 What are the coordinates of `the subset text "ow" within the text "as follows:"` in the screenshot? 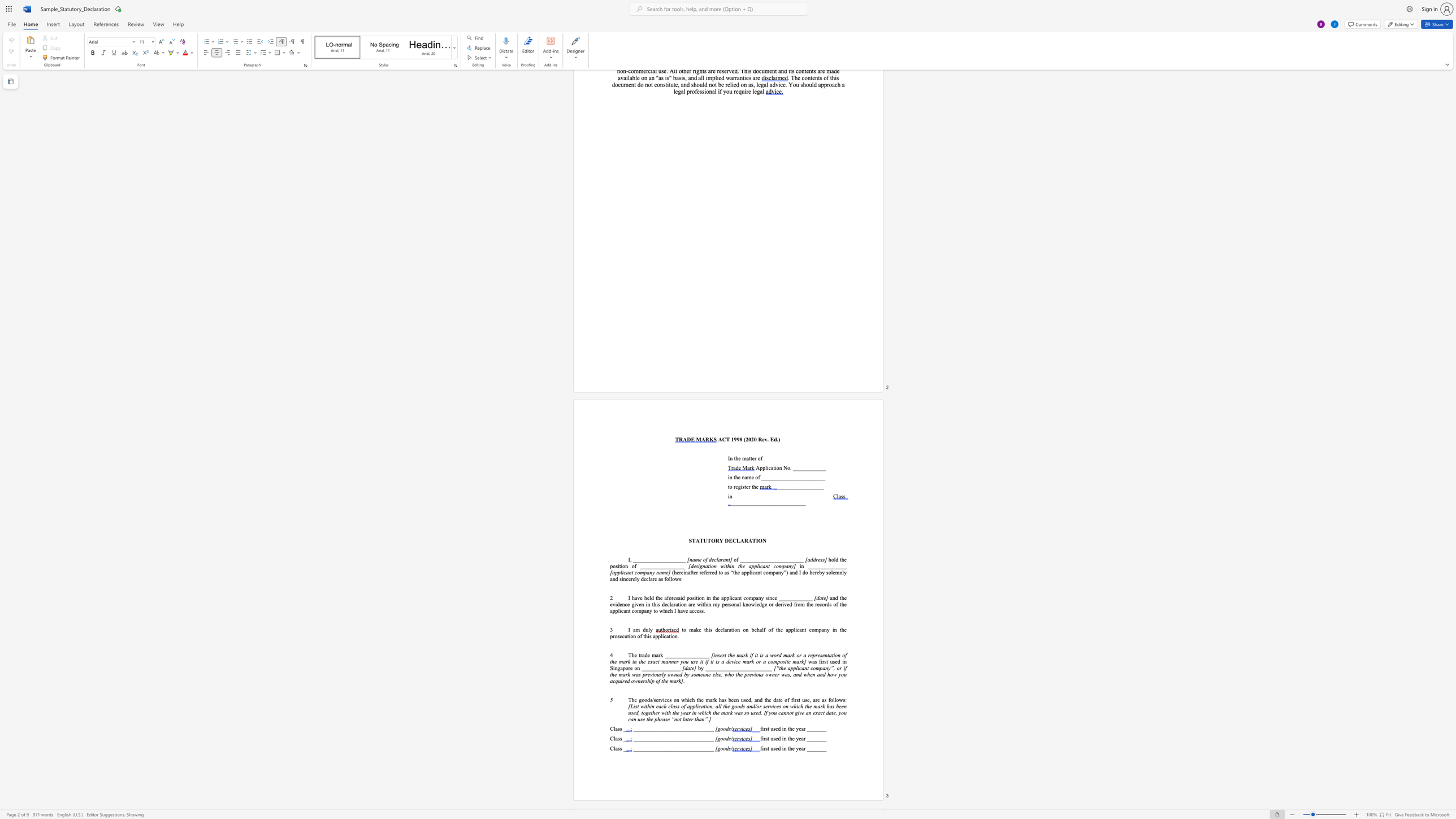 It's located at (671, 578).